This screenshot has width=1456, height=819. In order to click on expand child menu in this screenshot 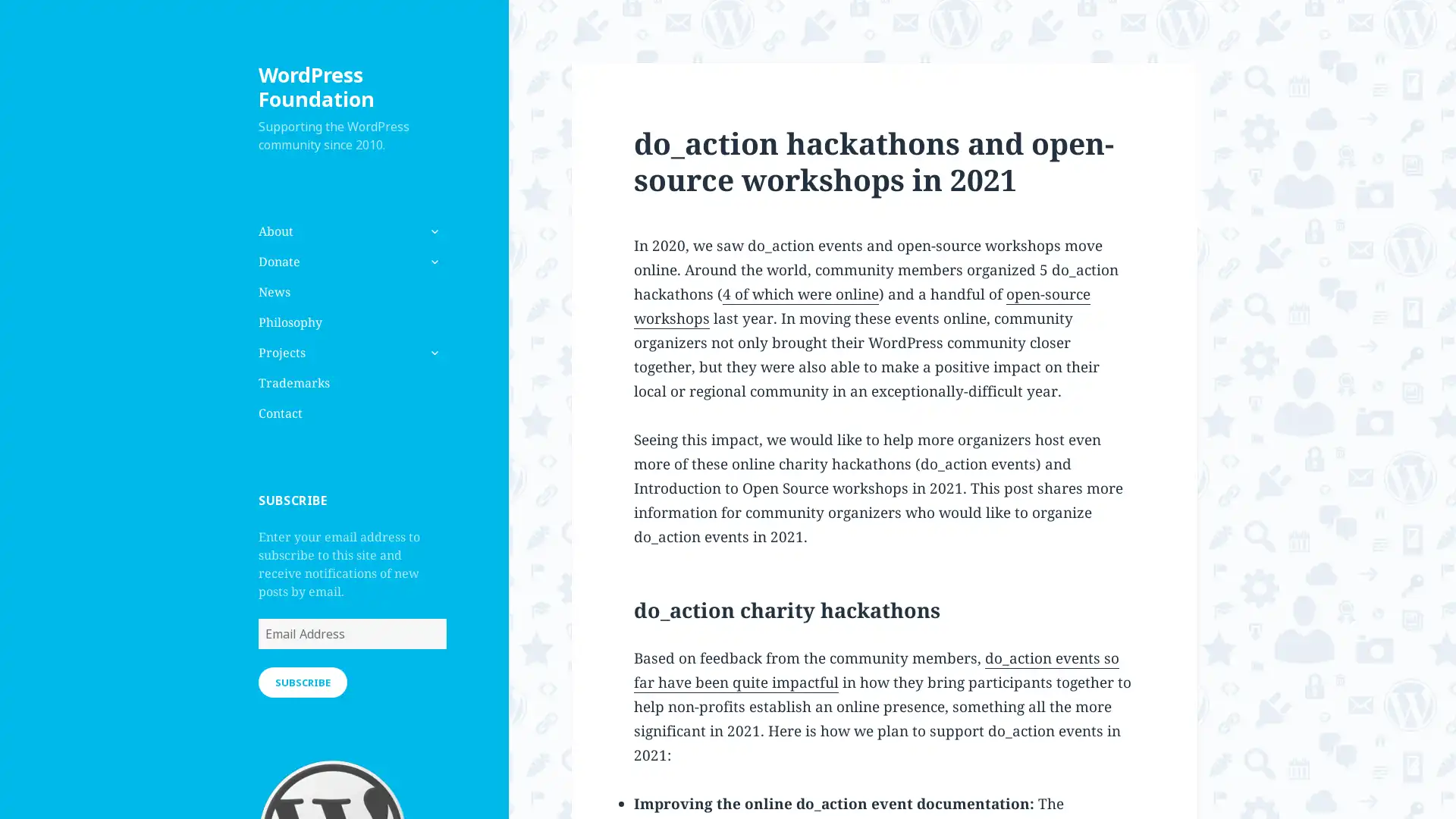, I will do `click(432, 353)`.